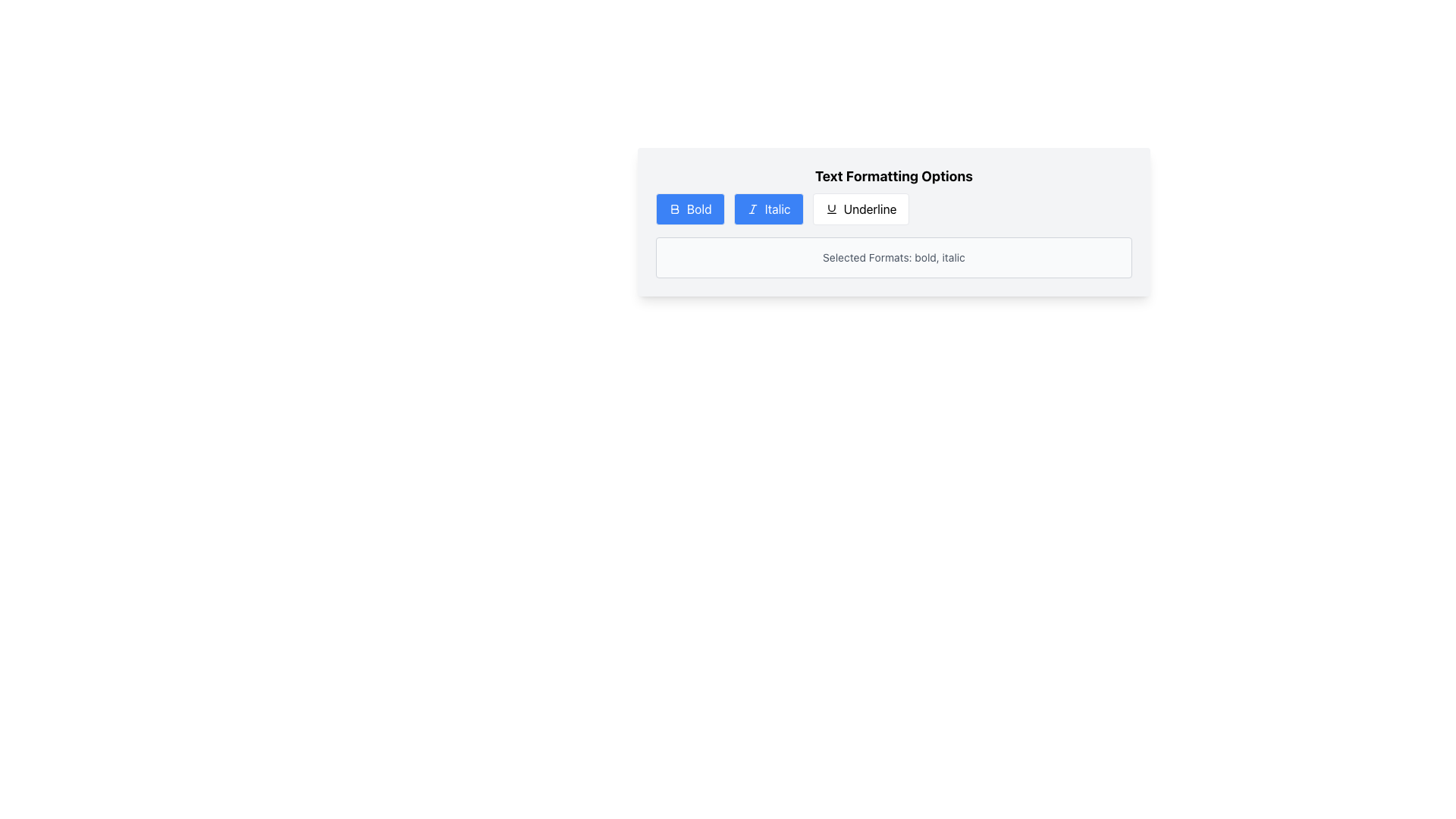 The image size is (1456, 819). Describe the element at coordinates (673, 209) in the screenshot. I see `the bold 'B' icon within the blue 'Bold' button` at that location.